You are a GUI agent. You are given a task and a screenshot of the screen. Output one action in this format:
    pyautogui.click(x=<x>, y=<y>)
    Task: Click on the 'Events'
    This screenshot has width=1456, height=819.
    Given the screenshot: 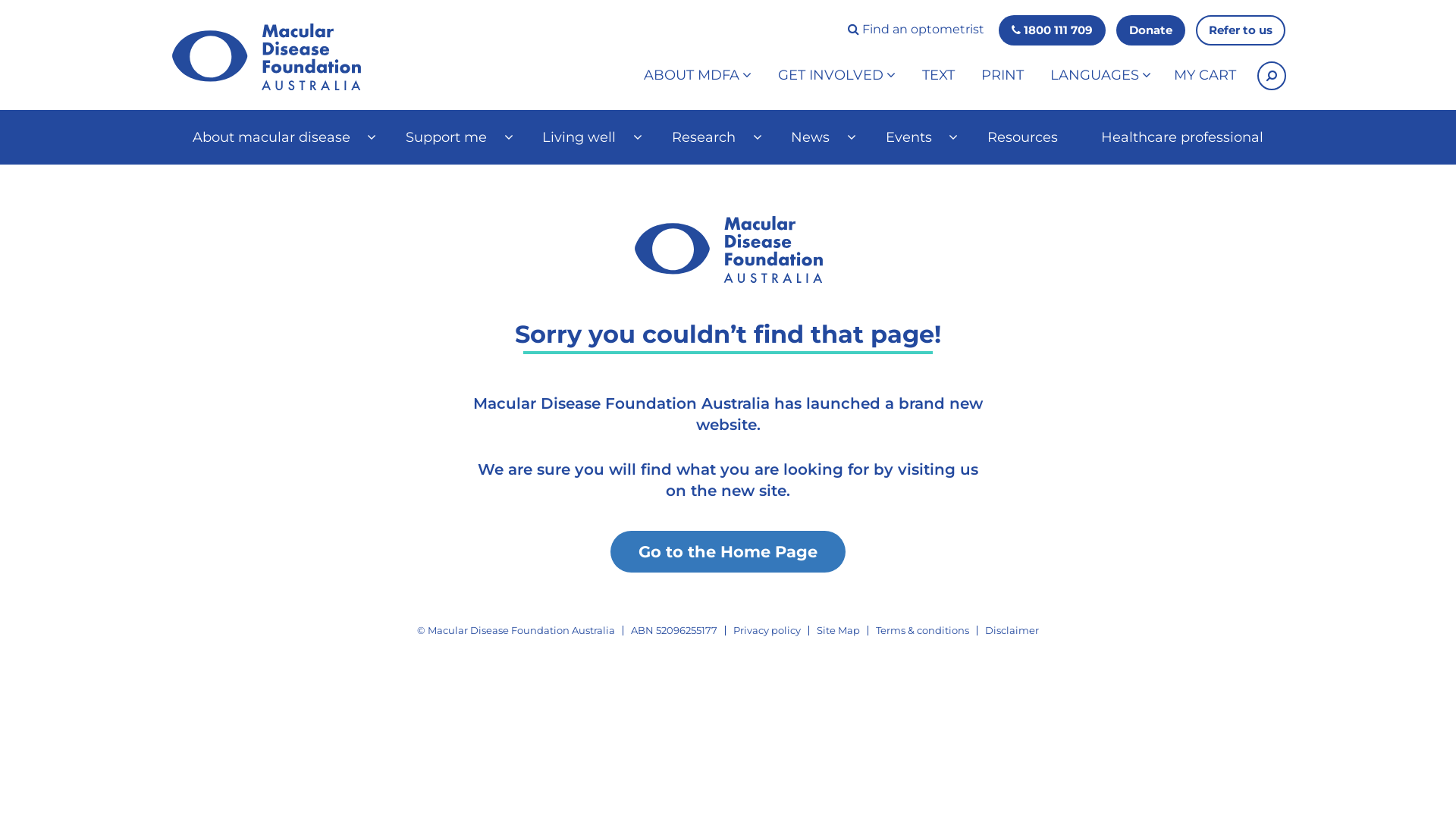 What is the action you would take?
    pyautogui.click(x=913, y=137)
    